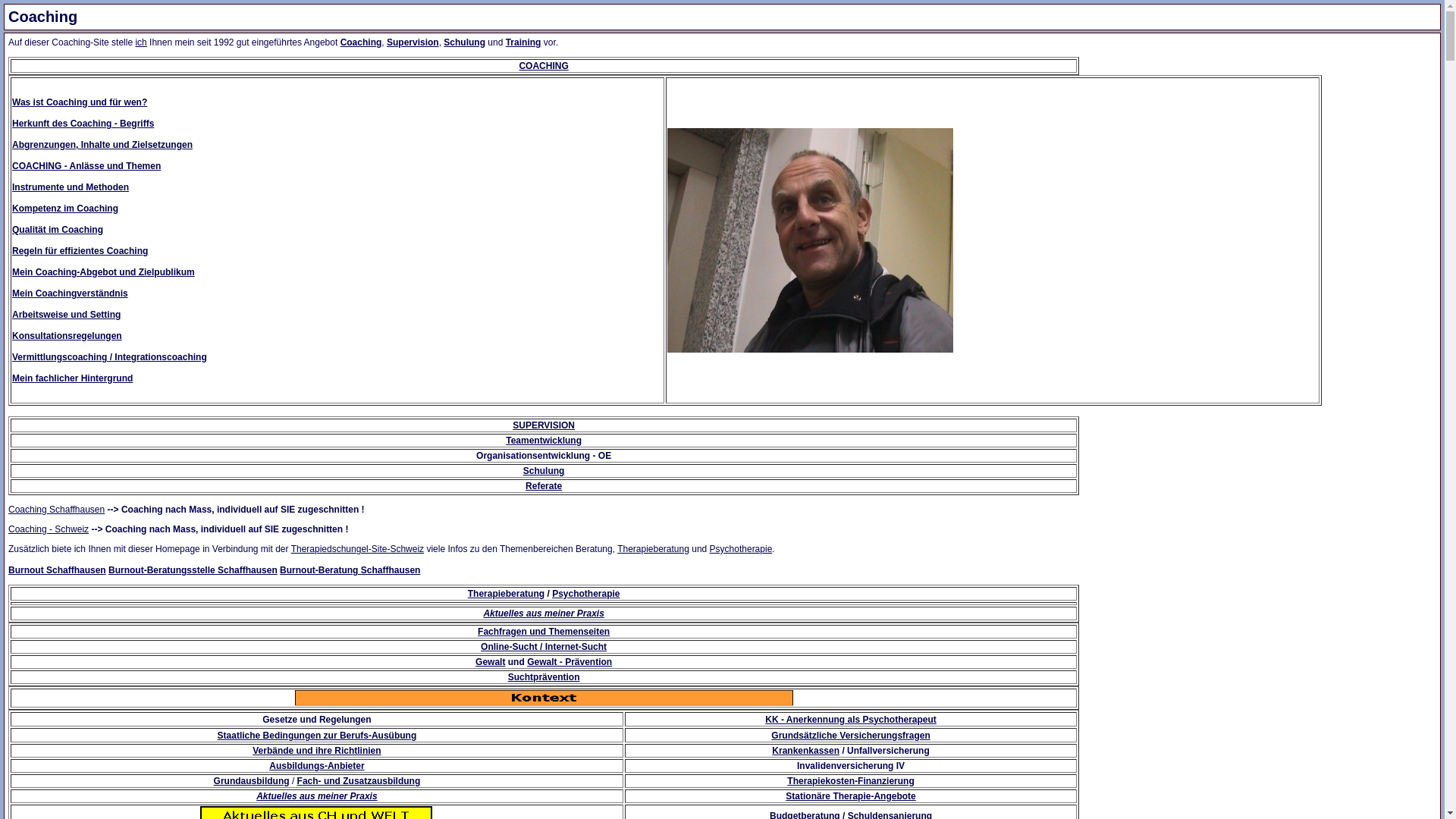  Describe the element at coordinates (108, 570) in the screenshot. I see `'Burnout-Beratungsstelle Schaffhausen'` at that location.